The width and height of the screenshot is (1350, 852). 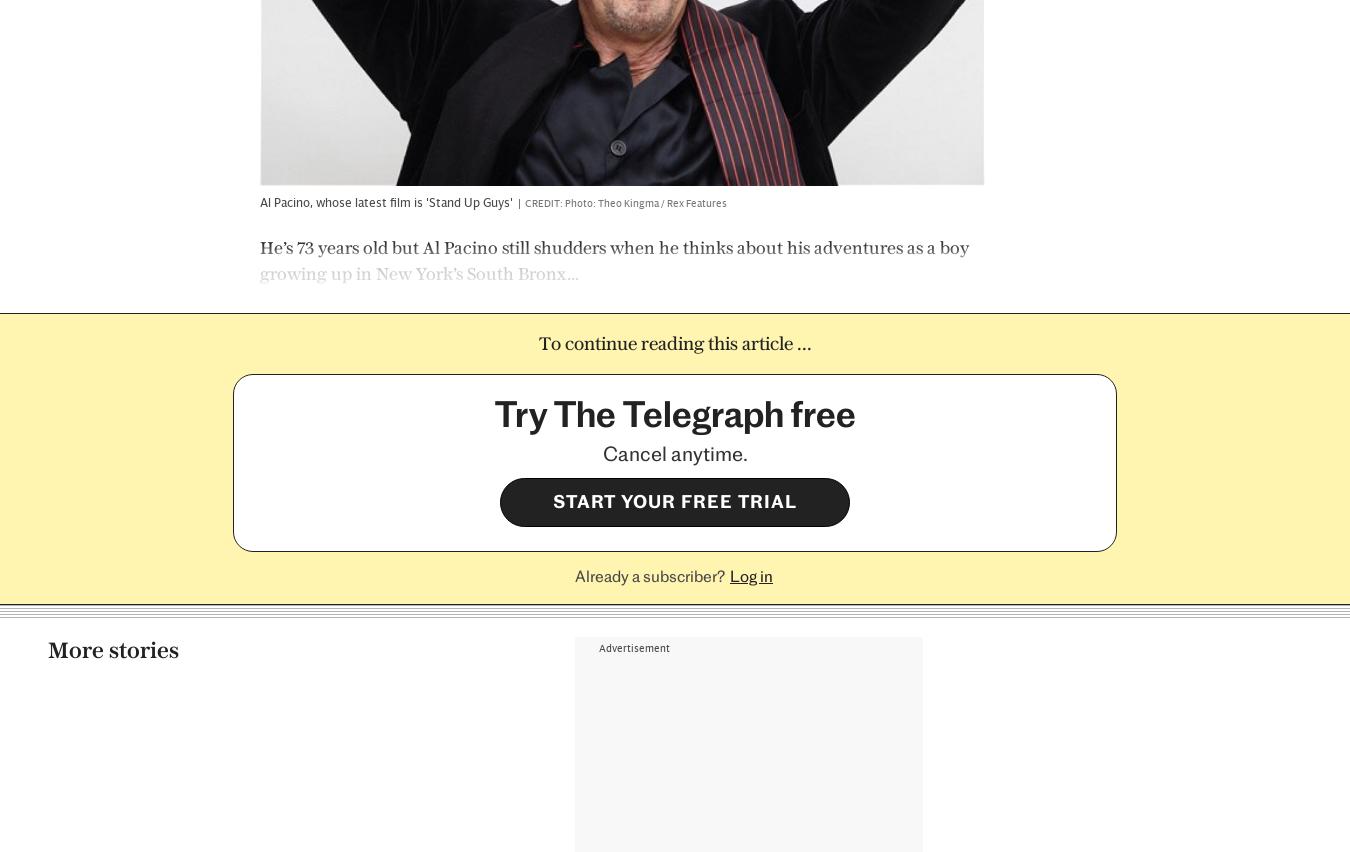 I want to click on 'Advertisement', so click(x=633, y=92).